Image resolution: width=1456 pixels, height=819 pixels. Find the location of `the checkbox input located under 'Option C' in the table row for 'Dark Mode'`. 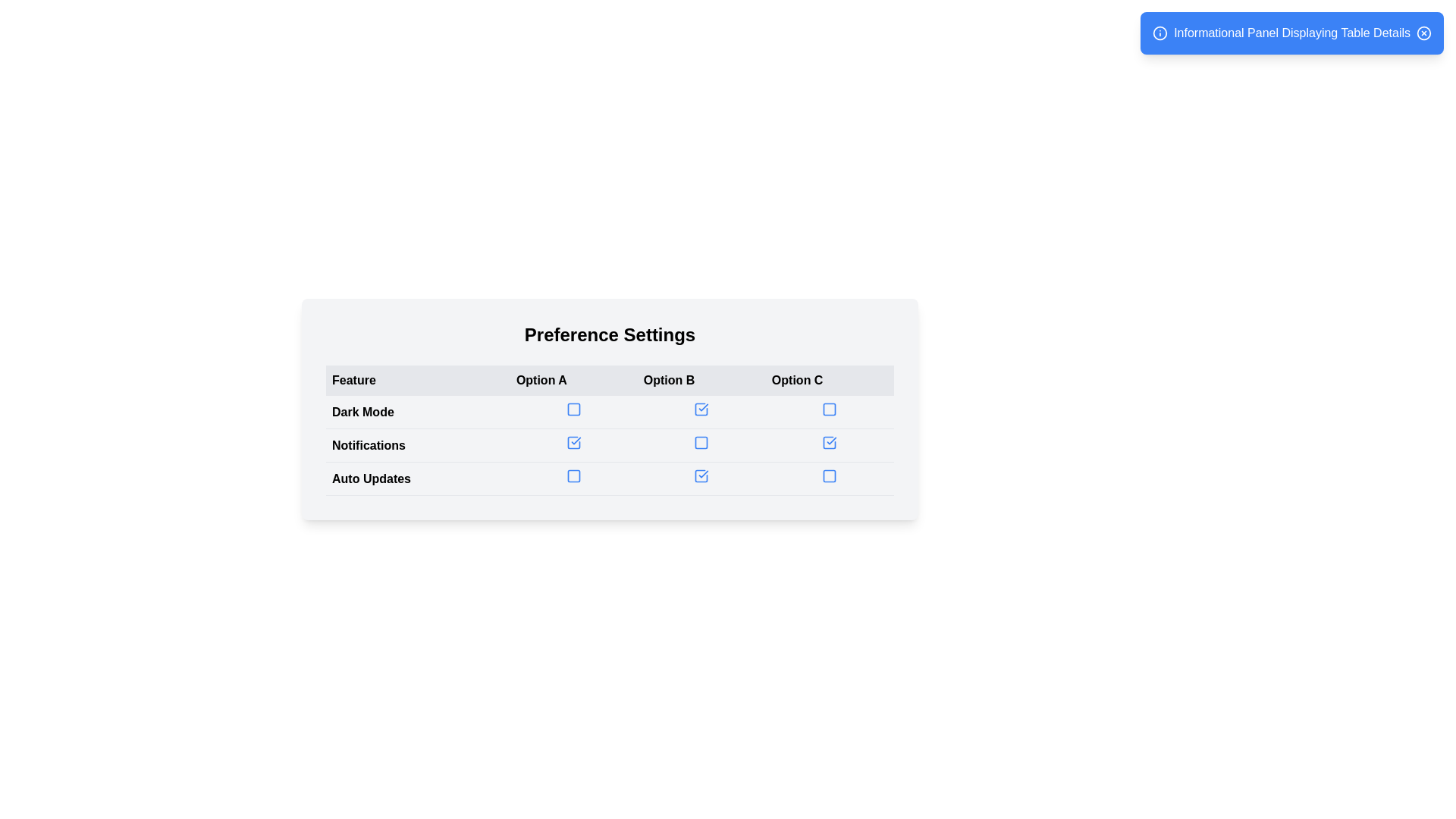

the checkbox input located under 'Option C' in the table row for 'Dark Mode' is located at coordinates (829, 412).